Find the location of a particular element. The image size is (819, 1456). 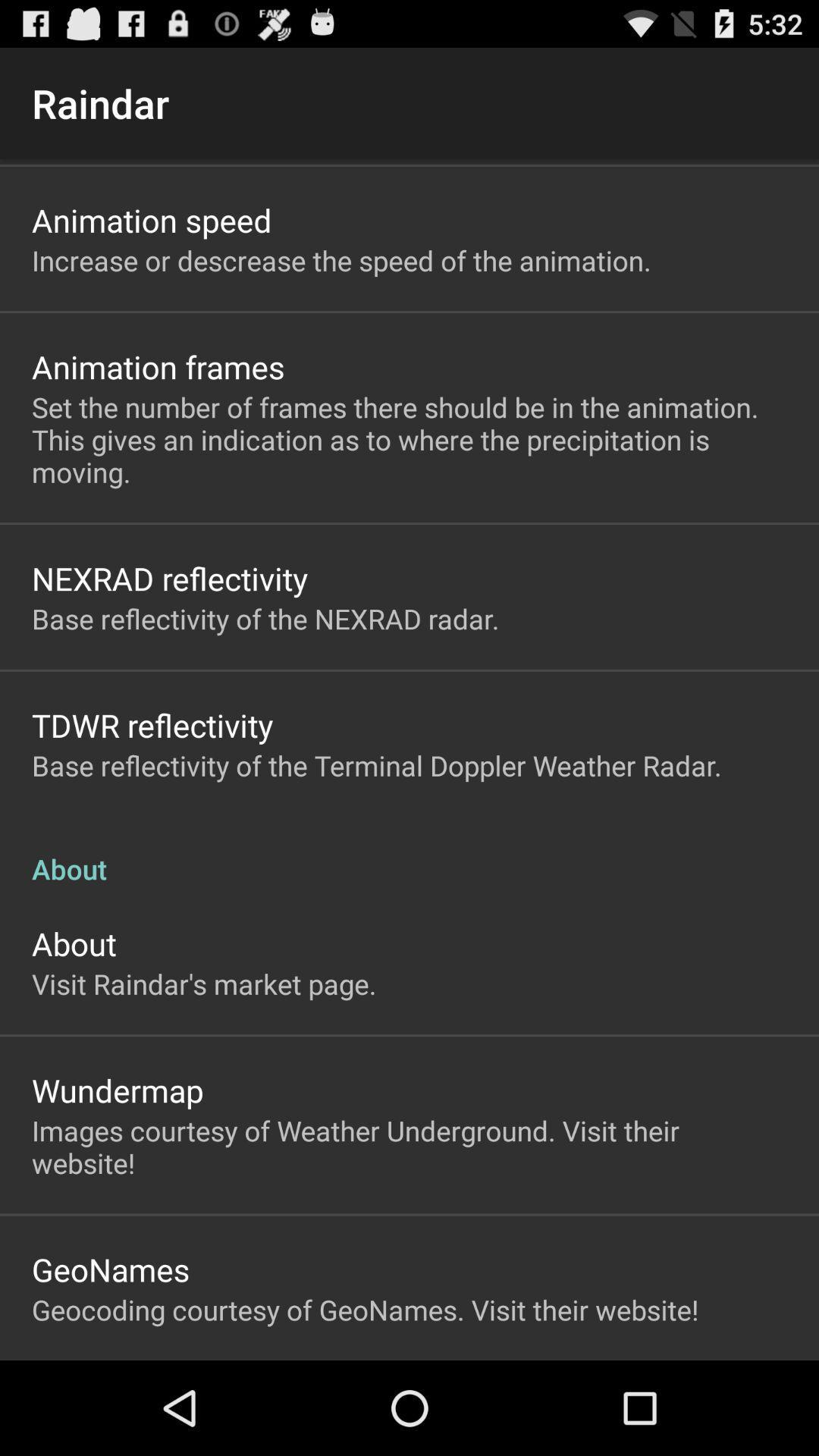

the app below the visit raindar s app is located at coordinates (117, 1089).